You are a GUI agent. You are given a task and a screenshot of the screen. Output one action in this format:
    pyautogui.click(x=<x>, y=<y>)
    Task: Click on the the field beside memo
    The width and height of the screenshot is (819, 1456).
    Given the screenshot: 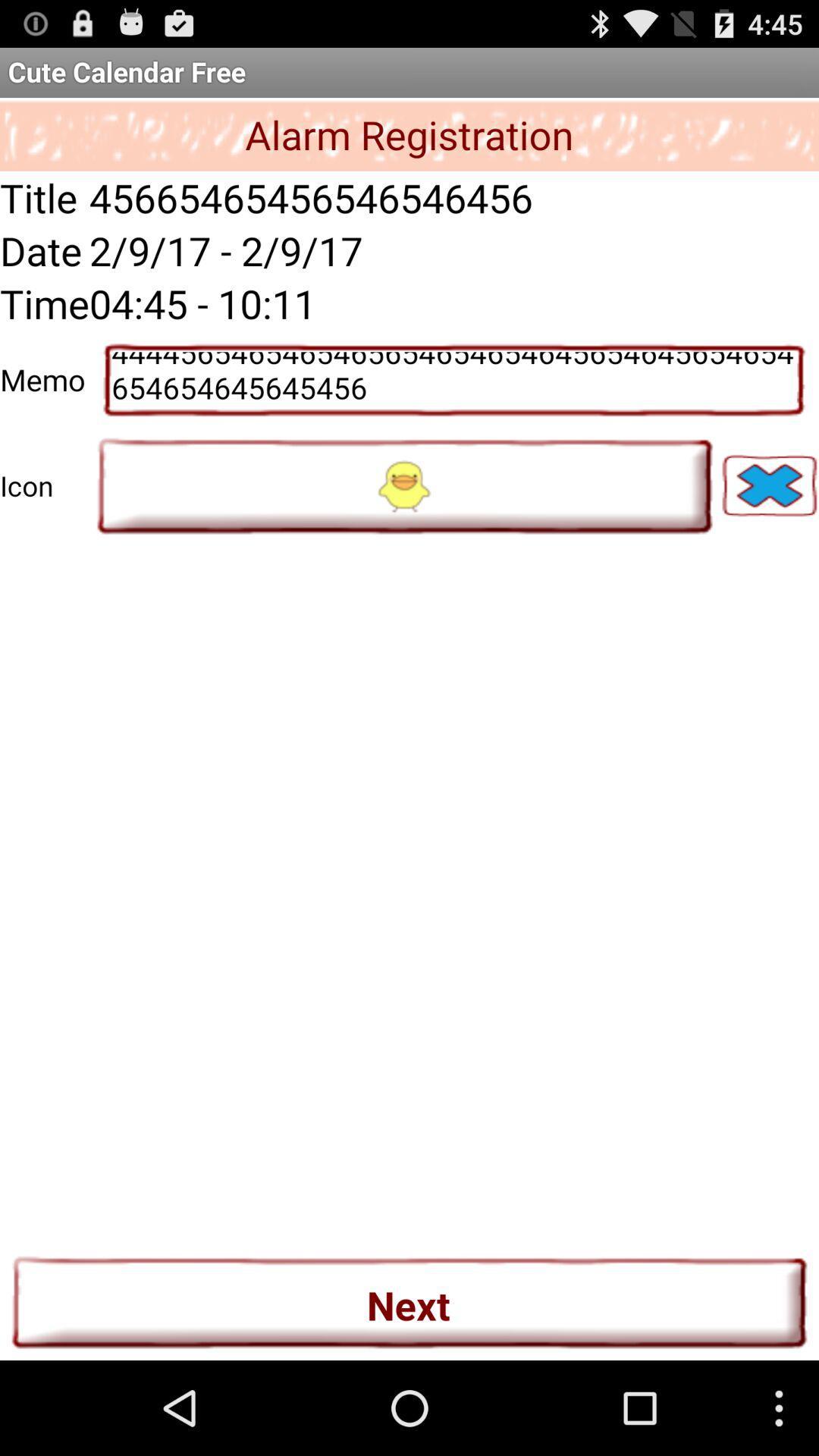 What is the action you would take?
    pyautogui.click(x=453, y=380)
    